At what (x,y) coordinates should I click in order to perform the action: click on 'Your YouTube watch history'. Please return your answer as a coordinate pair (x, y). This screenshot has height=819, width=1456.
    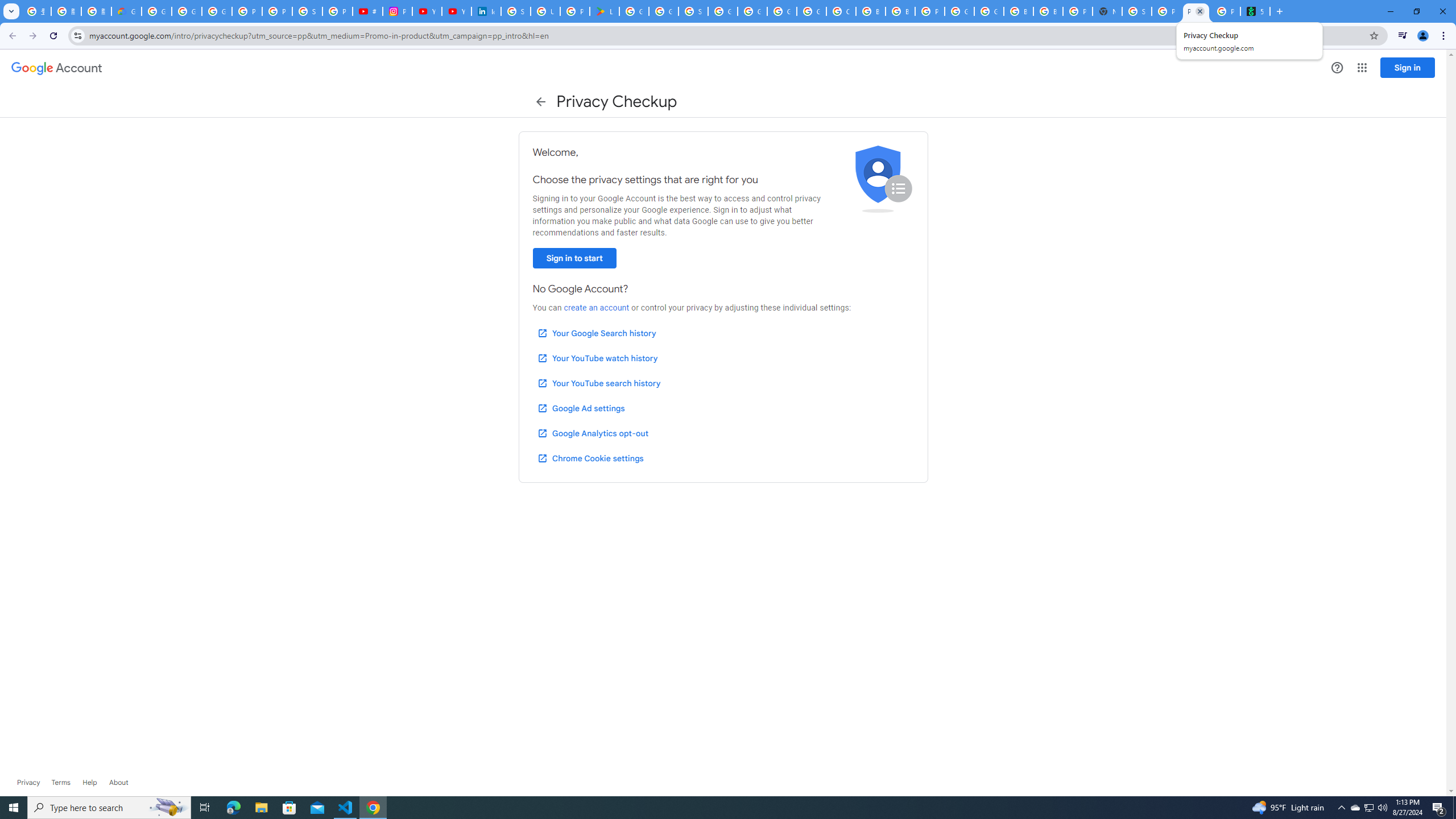
    Looking at the image, I should click on (597, 358).